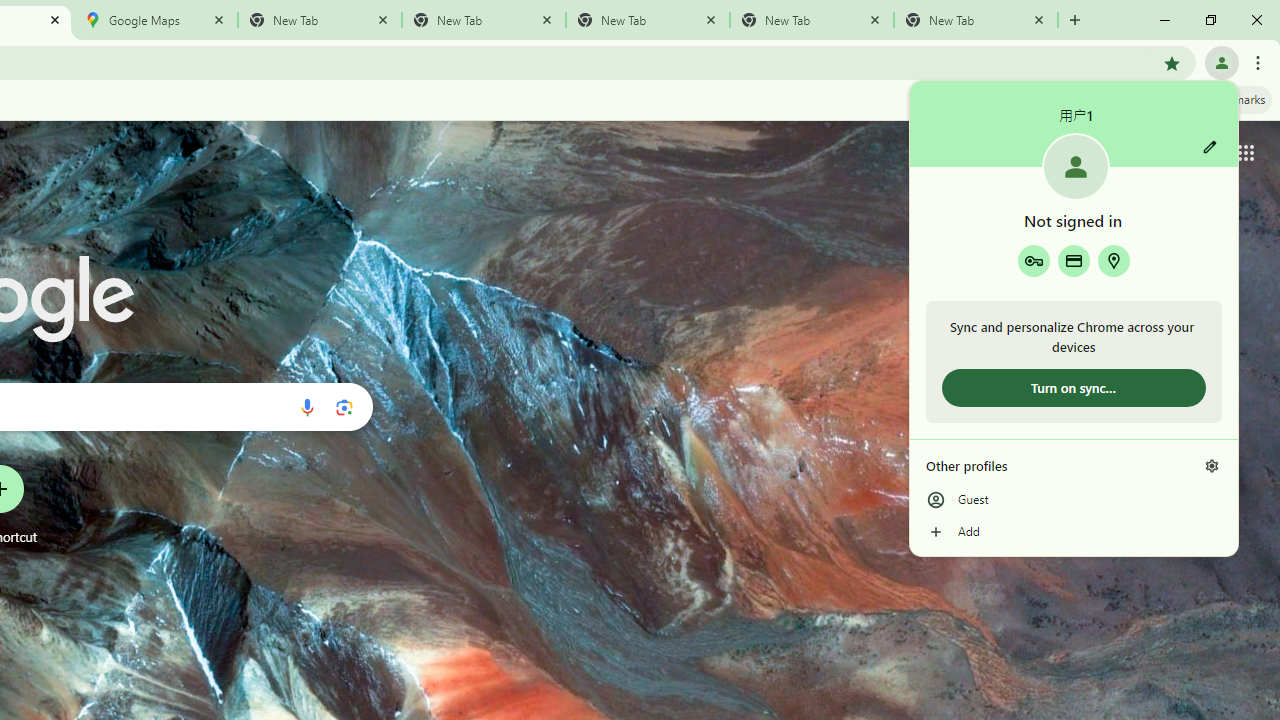  What do you see at coordinates (1073, 260) in the screenshot?
I see `'Payment methods'` at bounding box center [1073, 260].